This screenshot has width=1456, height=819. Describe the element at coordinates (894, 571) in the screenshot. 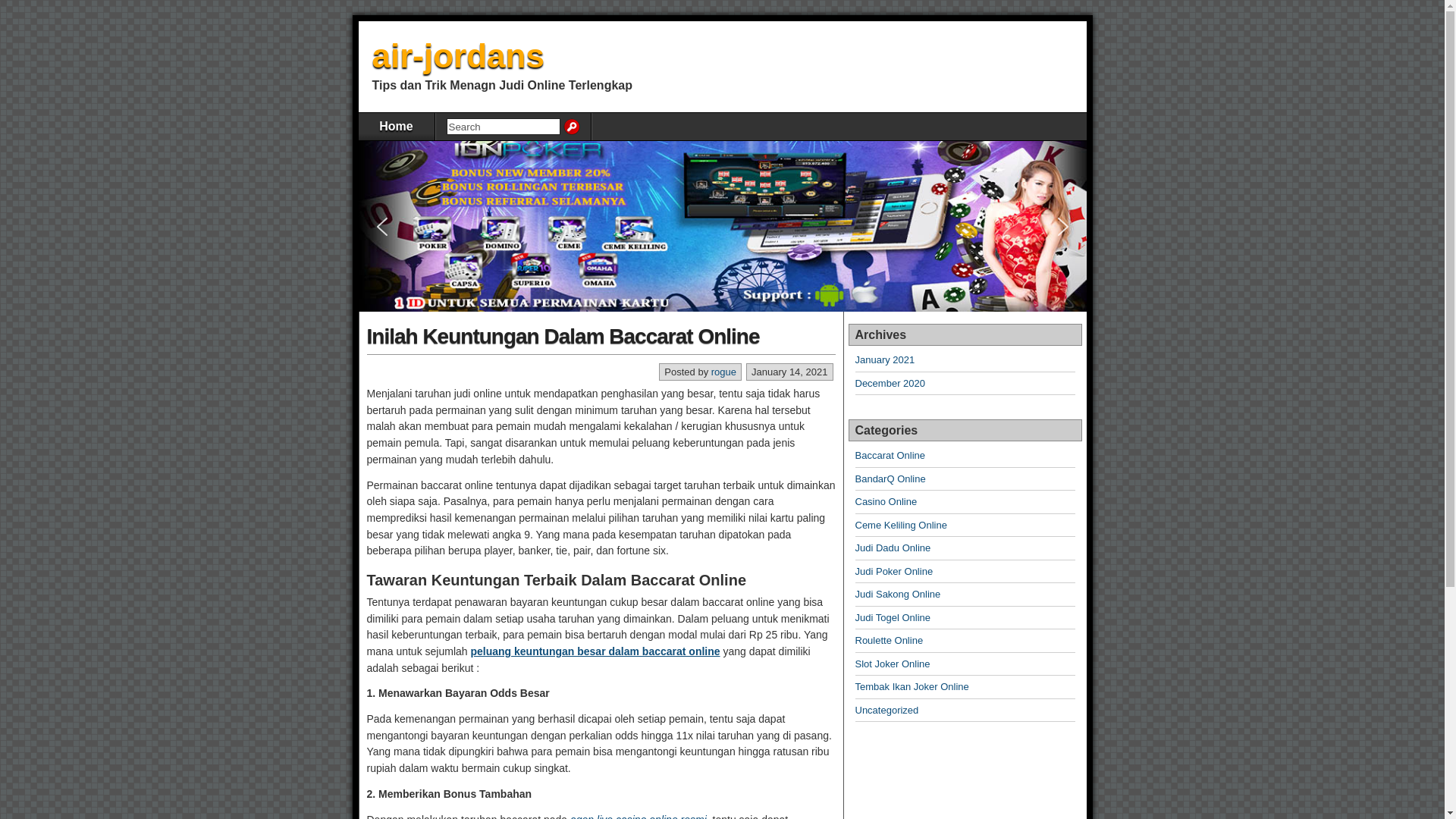

I see `'Judi Poker Online'` at that location.